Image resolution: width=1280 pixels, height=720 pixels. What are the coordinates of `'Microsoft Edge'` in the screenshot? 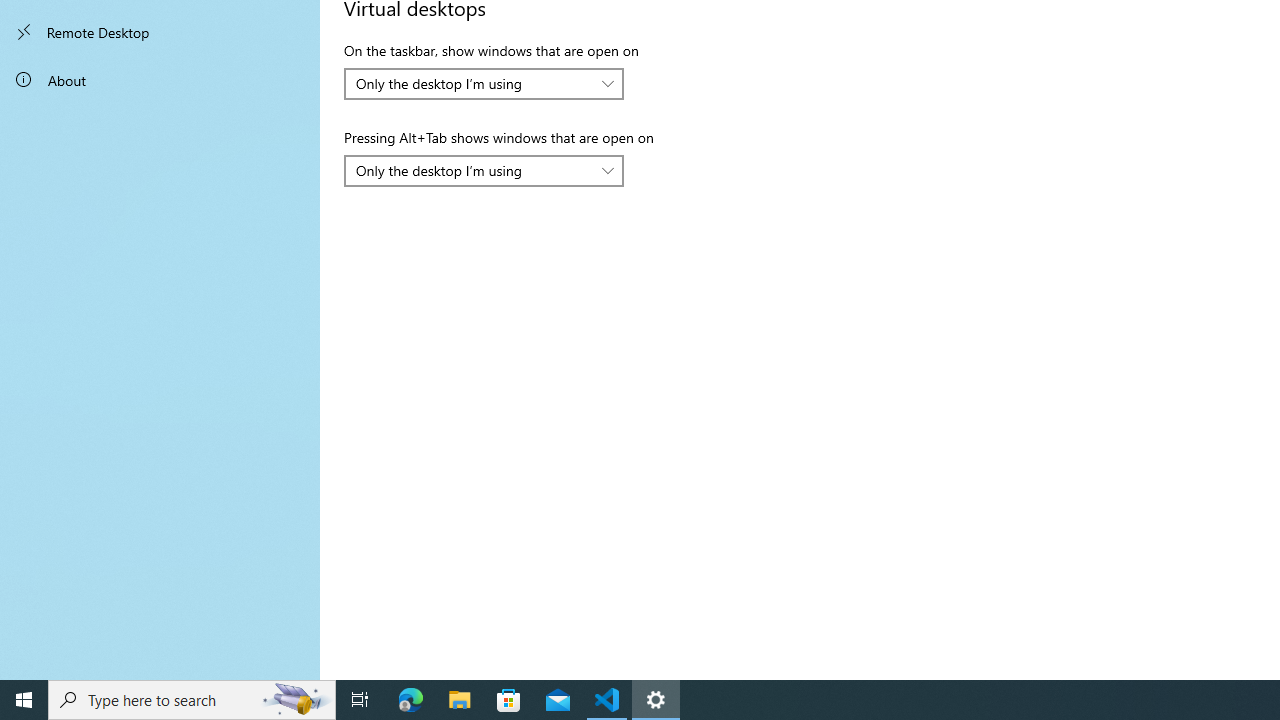 It's located at (410, 698).